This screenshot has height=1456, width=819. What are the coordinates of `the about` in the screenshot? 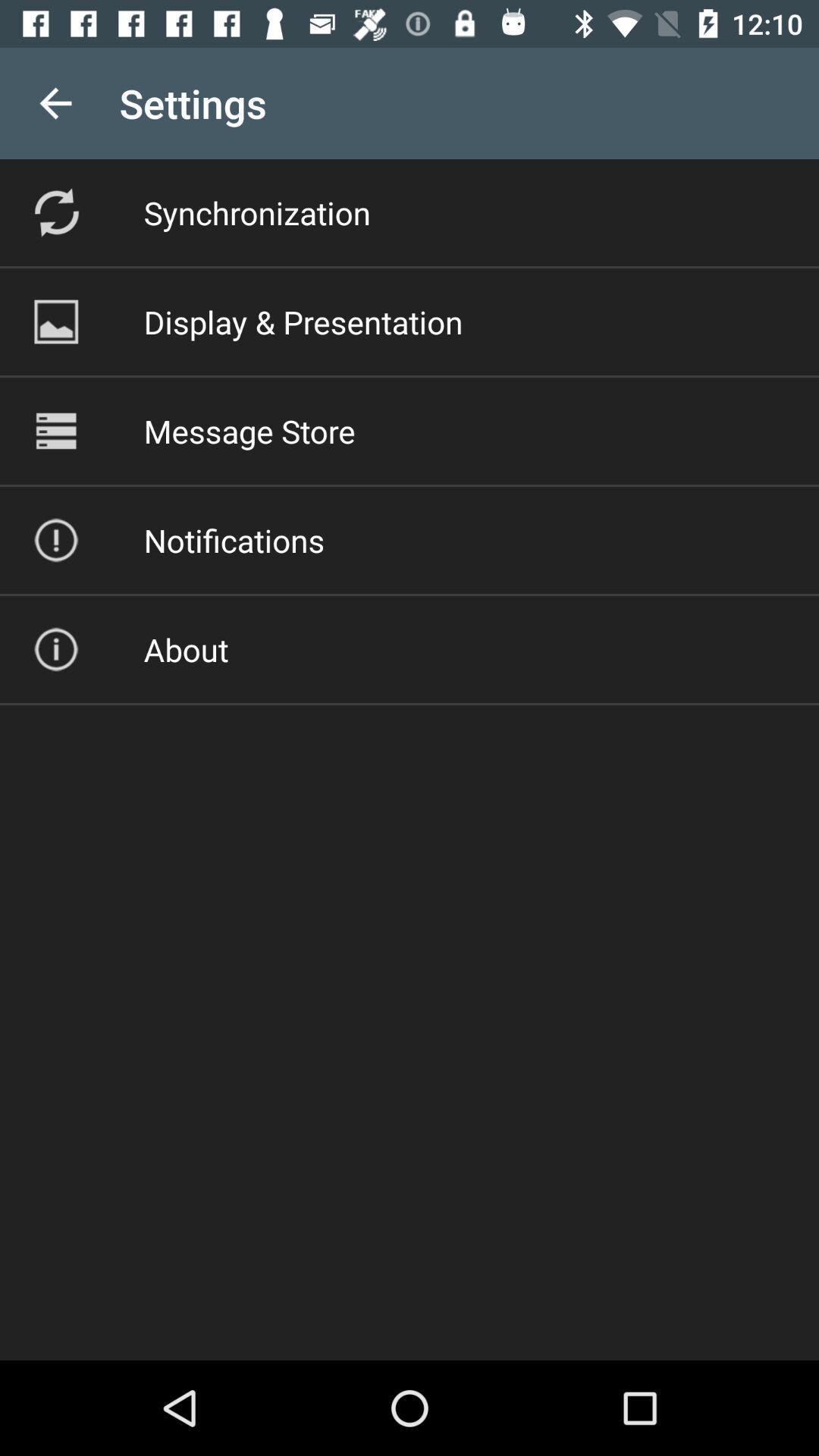 It's located at (185, 649).